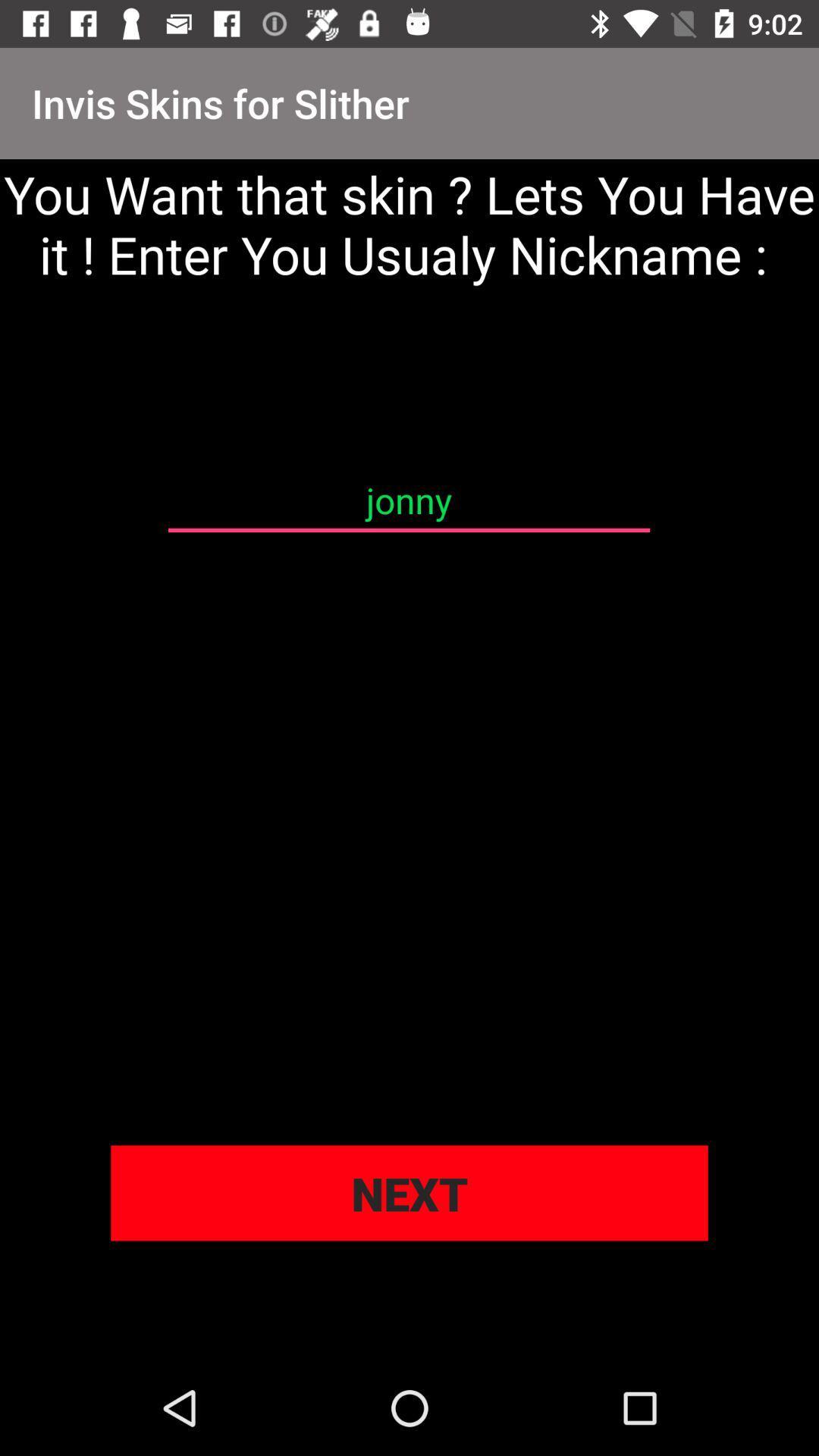 The width and height of the screenshot is (819, 1456). What do you see at coordinates (408, 500) in the screenshot?
I see `icon below you want that item` at bounding box center [408, 500].